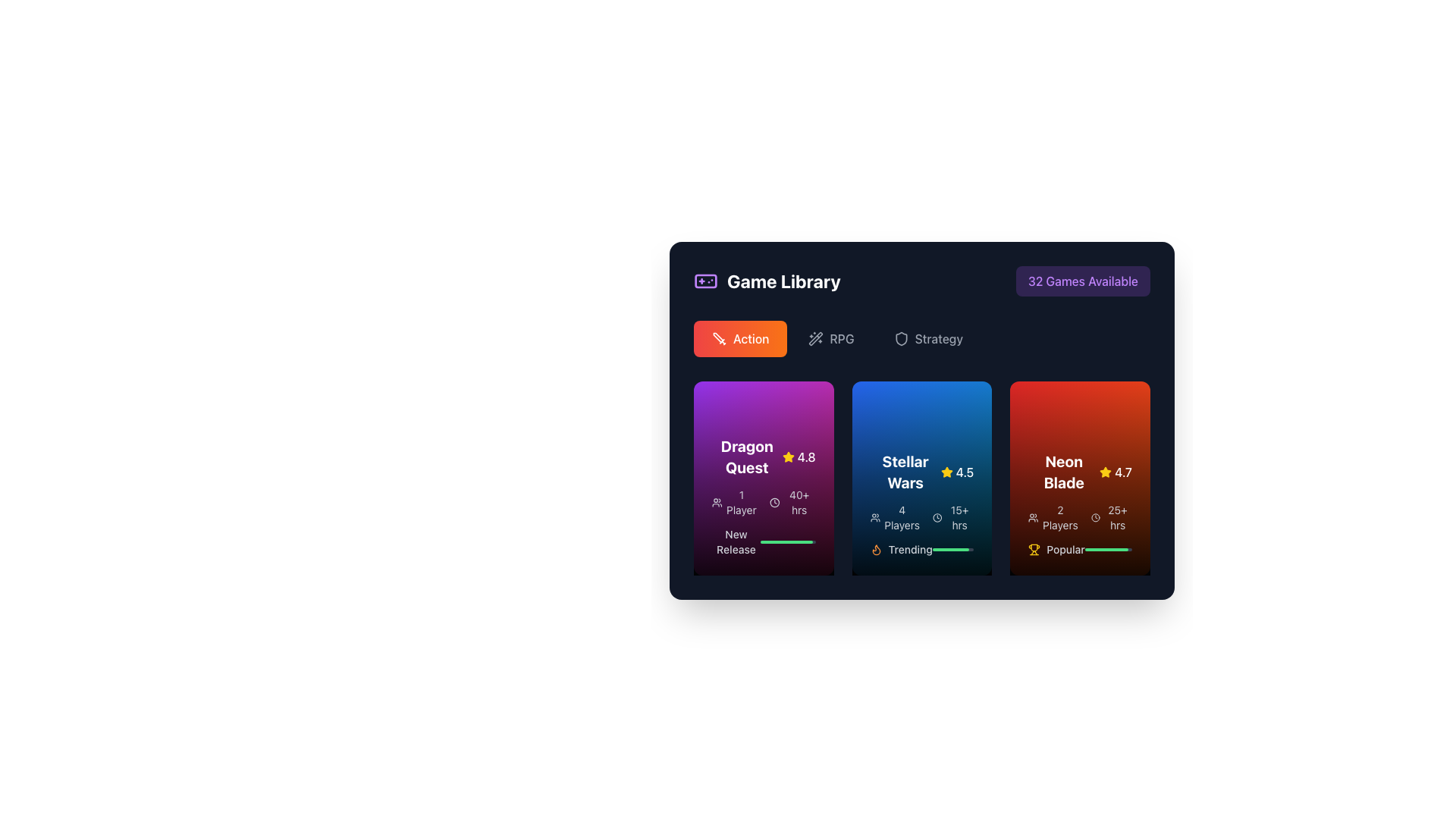 This screenshot has height=819, width=1456. I want to click on the game details by clicking on the Text label with icon (rating indicator) for the game 'Neon Blade', which is located in the rightmost card of the third position in a horizontally aligned row of game entries, so click(1079, 472).